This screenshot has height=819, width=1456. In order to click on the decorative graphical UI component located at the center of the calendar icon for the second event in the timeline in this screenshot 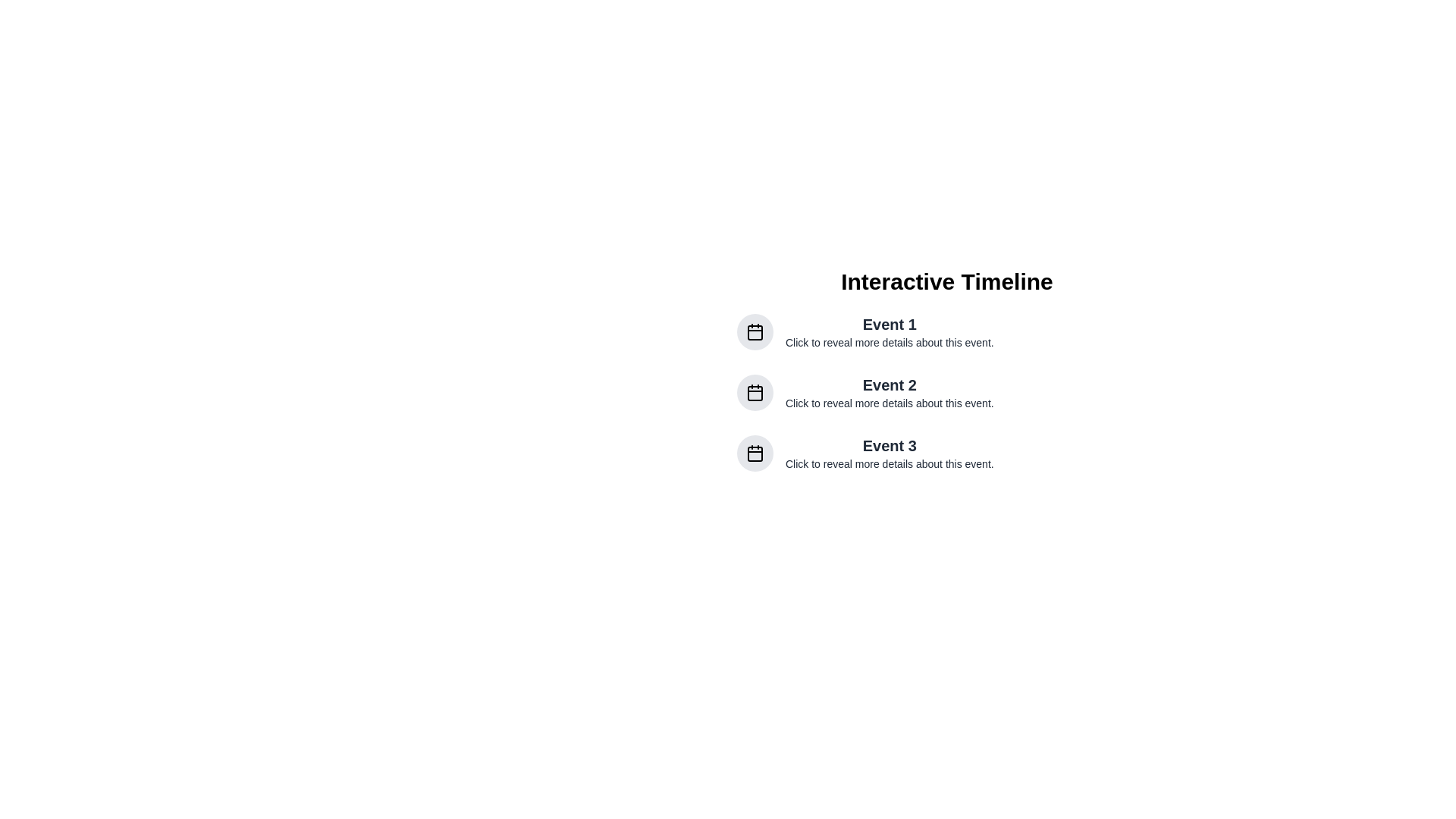, I will do `click(755, 393)`.